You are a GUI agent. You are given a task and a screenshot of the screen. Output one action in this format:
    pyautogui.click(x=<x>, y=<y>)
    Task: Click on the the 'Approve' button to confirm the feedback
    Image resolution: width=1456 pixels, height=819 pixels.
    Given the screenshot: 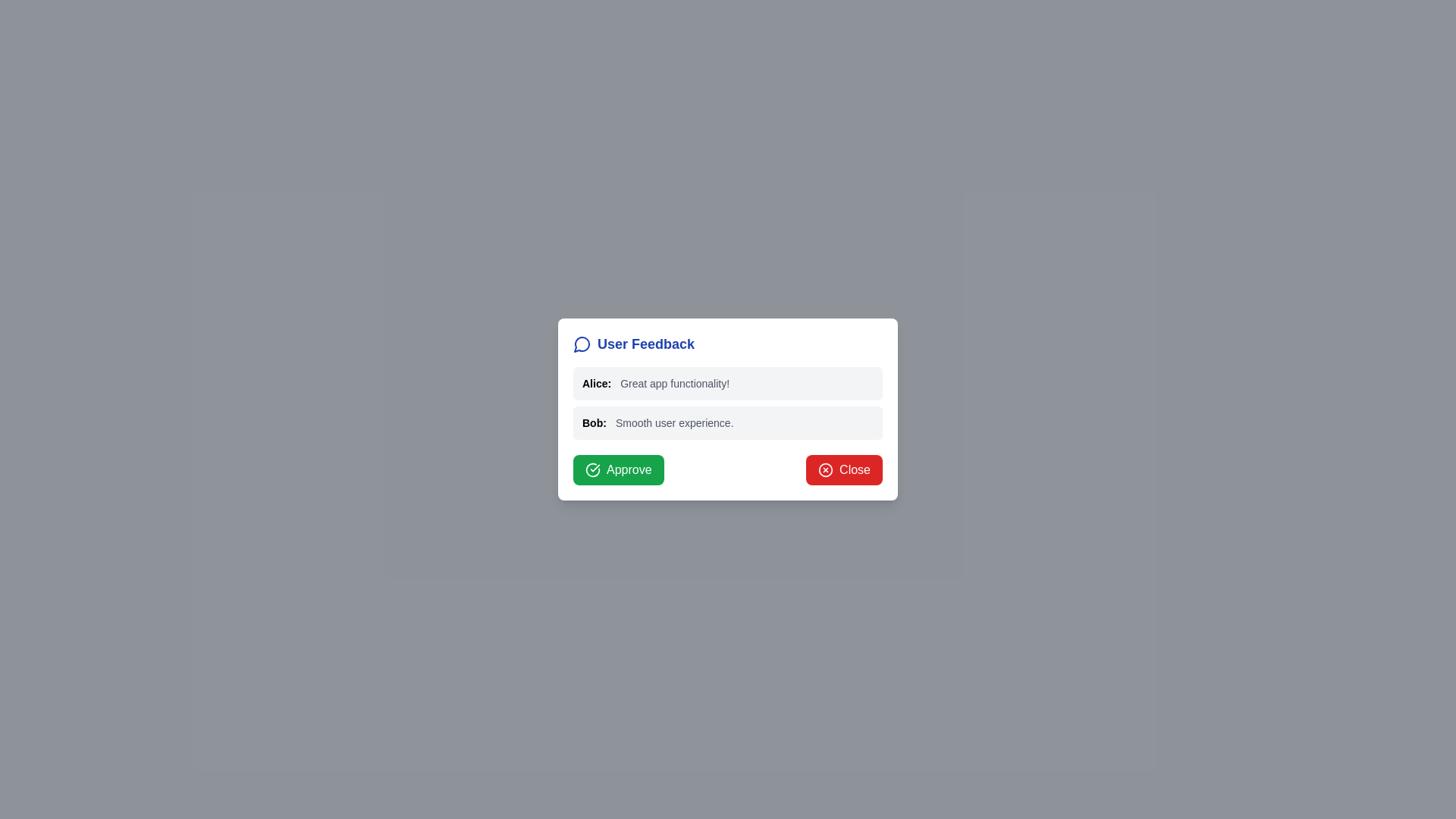 What is the action you would take?
    pyautogui.click(x=618, y=469)
    